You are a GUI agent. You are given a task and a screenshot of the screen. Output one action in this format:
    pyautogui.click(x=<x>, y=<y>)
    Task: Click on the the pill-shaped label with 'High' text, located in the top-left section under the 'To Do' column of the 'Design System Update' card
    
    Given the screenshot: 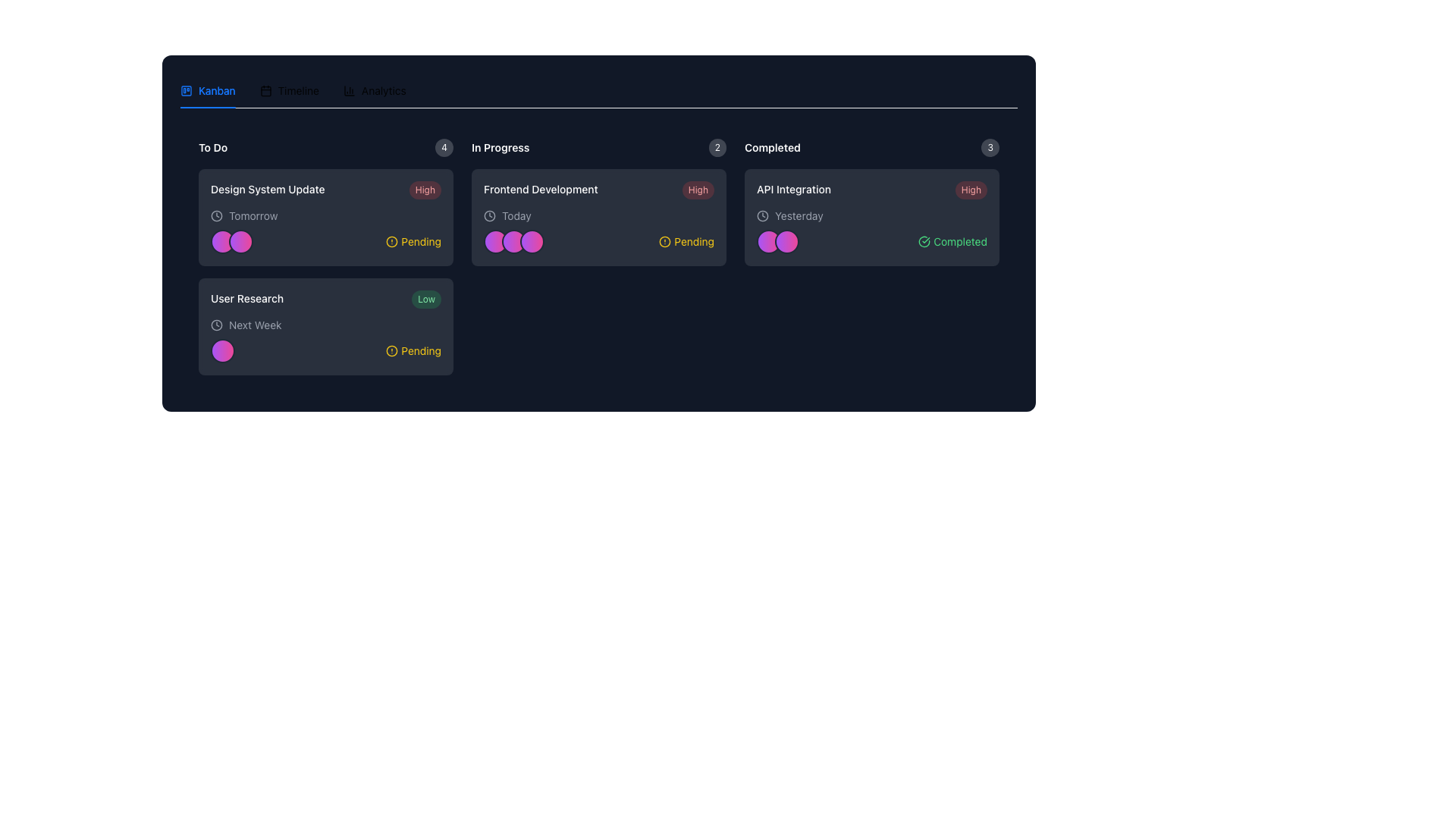 What is the action you would take?
    pyautogui.click(x=425, y=189)
    